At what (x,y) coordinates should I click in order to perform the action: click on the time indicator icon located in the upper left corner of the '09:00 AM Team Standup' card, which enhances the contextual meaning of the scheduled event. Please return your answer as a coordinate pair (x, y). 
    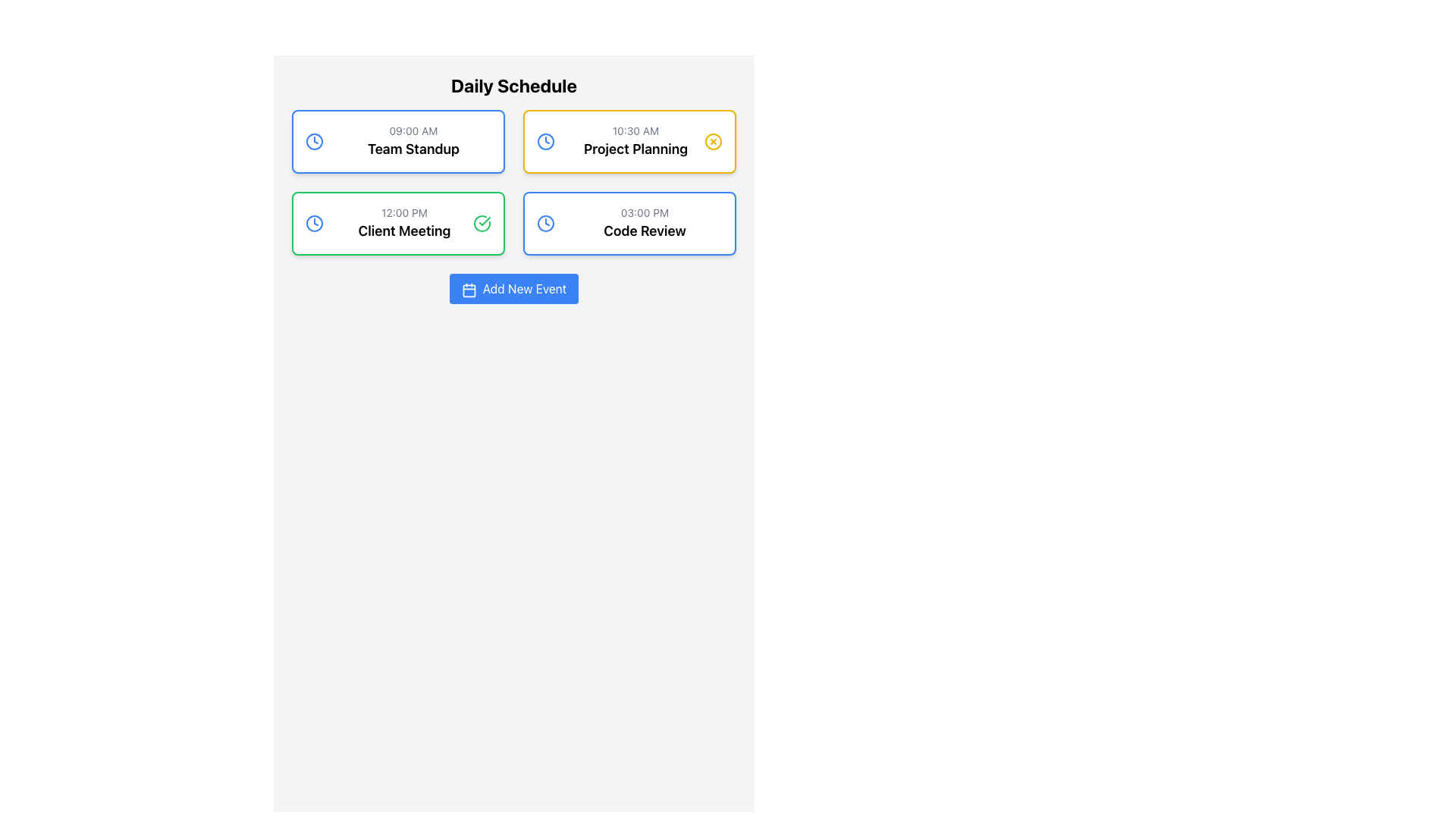
    Looking at the image, I should click on (313, 141).